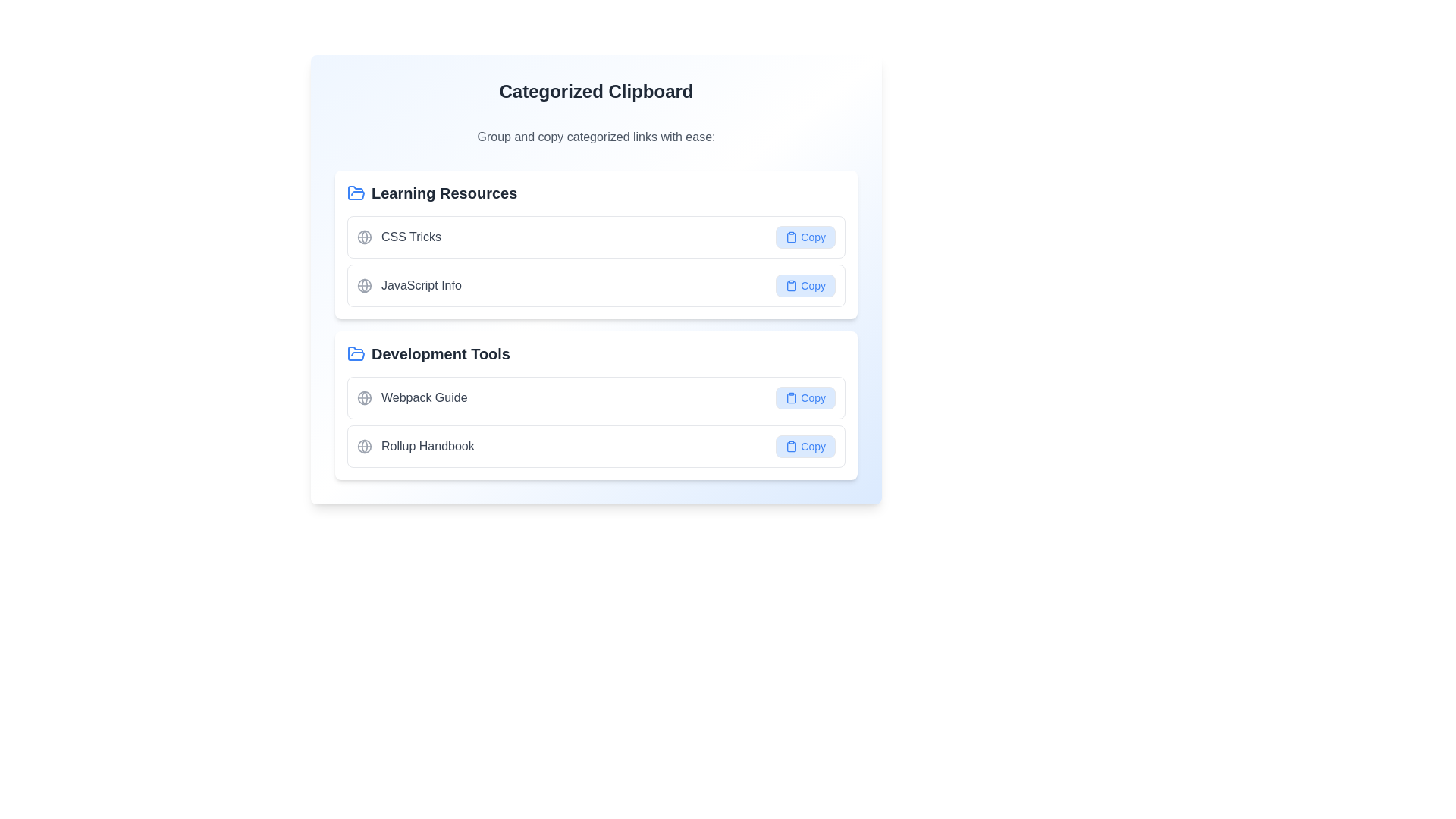 The image size is (1456, 819). I want to click on the globe icon representing the 'Rollup Handbook', so click(364, 446).